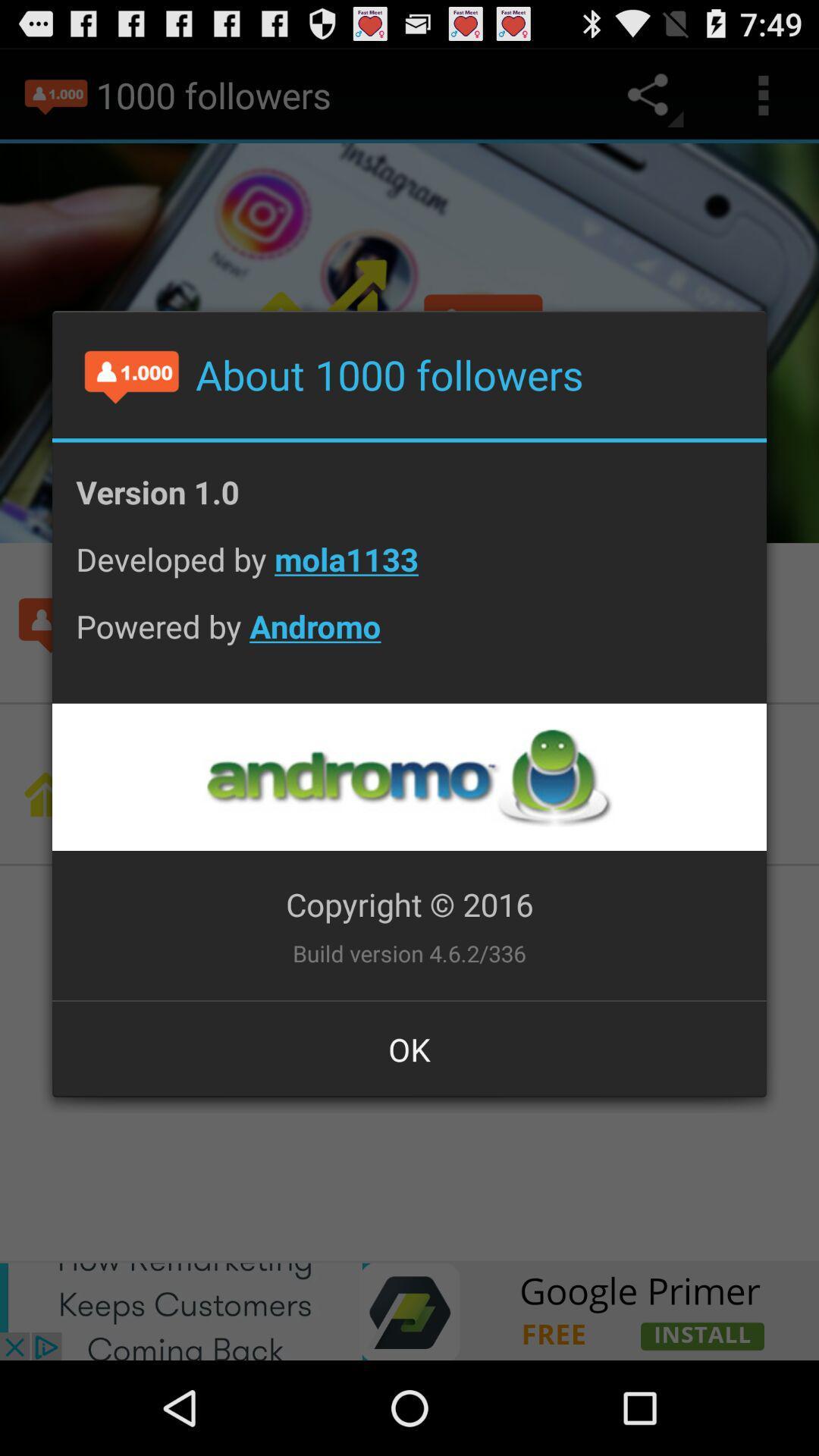  Describe the element at coordinates (408, 777) in the screenshot. I see `the icon below the powered by andromo icon` at that location.